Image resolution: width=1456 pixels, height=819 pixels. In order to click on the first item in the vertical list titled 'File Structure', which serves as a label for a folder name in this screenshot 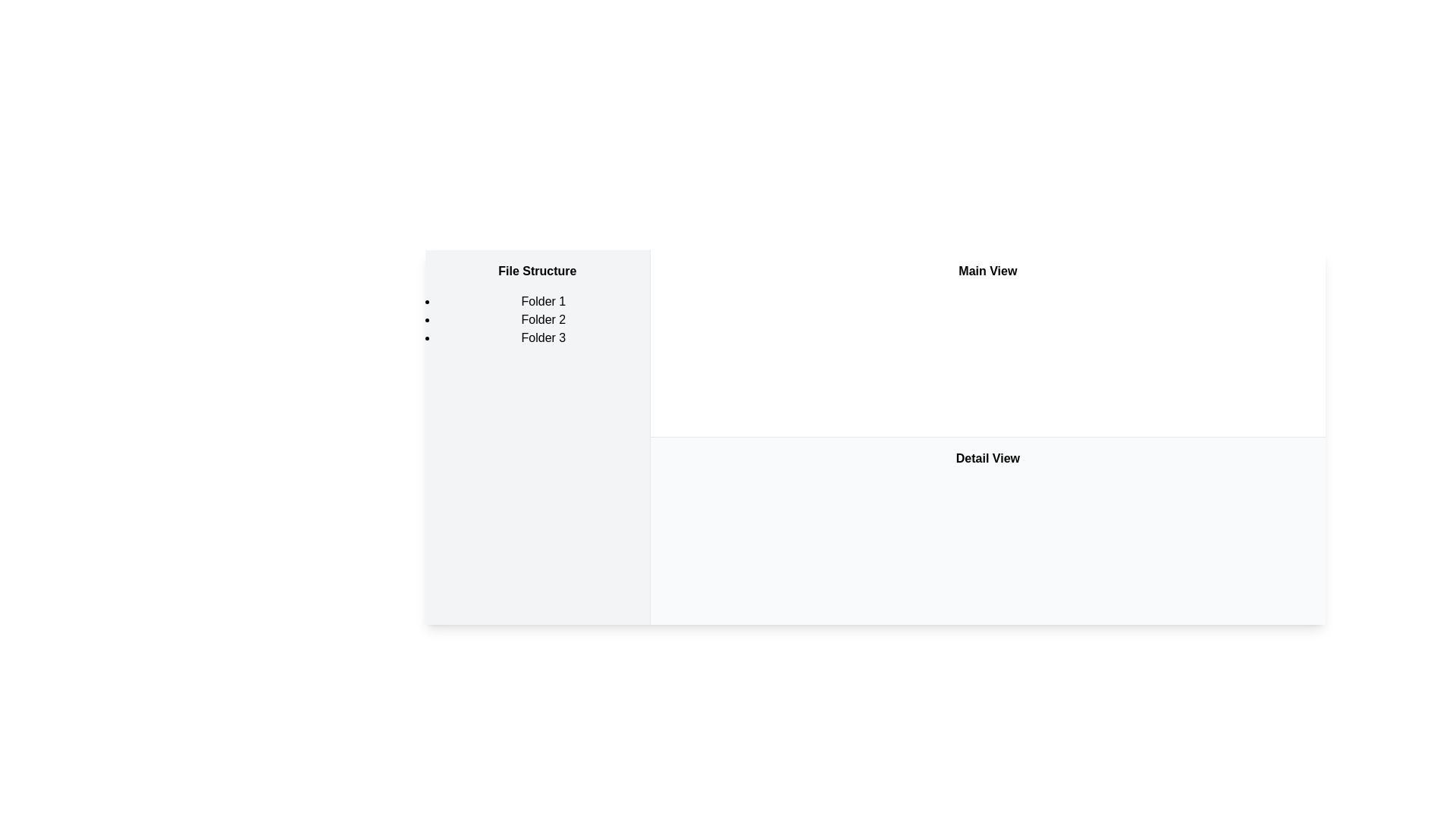, I will do `click(543, 301)`.